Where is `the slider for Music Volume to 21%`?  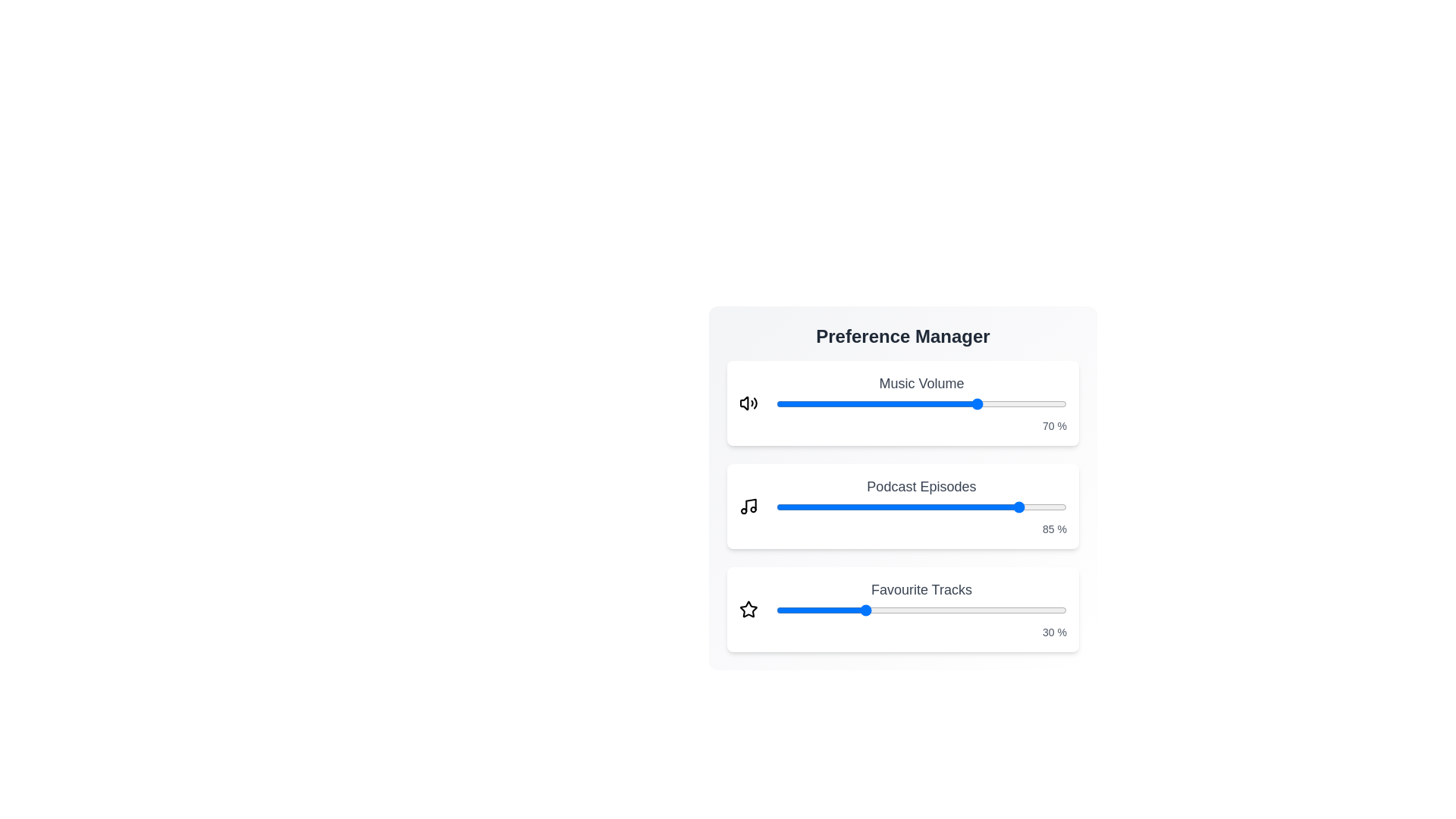 the slider for Music Volume to 21% is located at coordinates (836, 403).